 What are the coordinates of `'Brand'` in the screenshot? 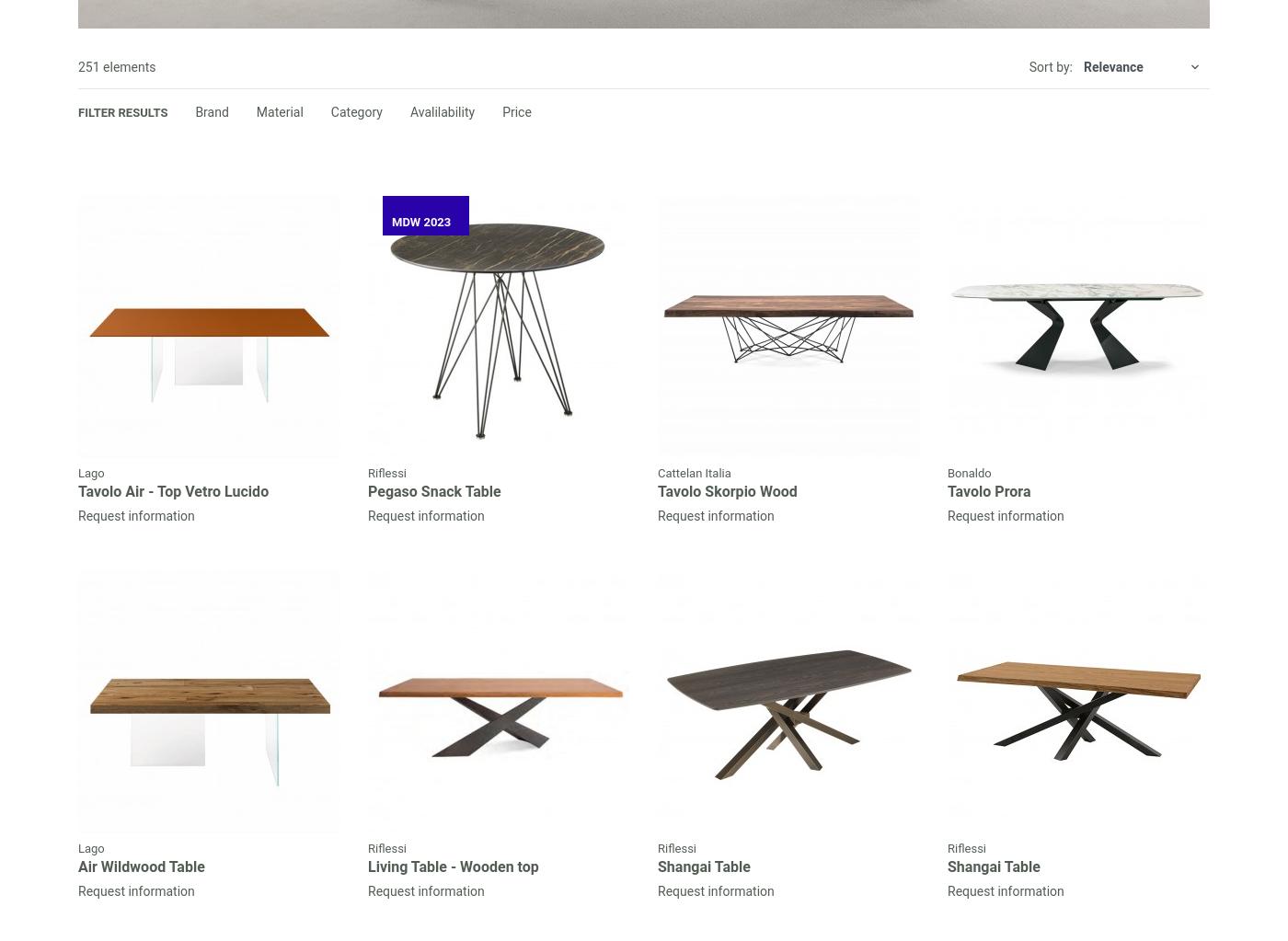 It's located at (212, 111).